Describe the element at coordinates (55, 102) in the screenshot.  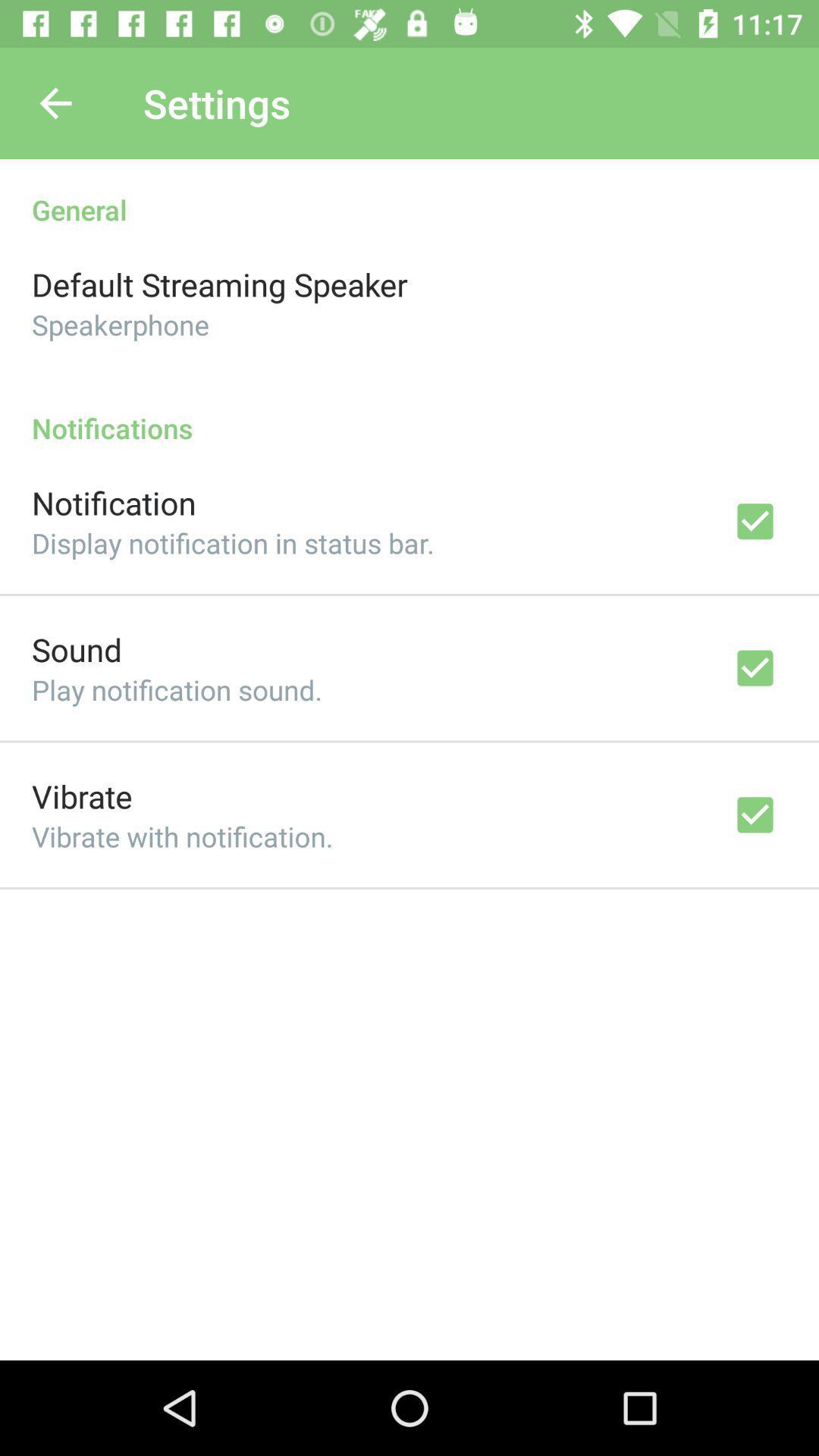
I see `the icon next to the settings` at that location.